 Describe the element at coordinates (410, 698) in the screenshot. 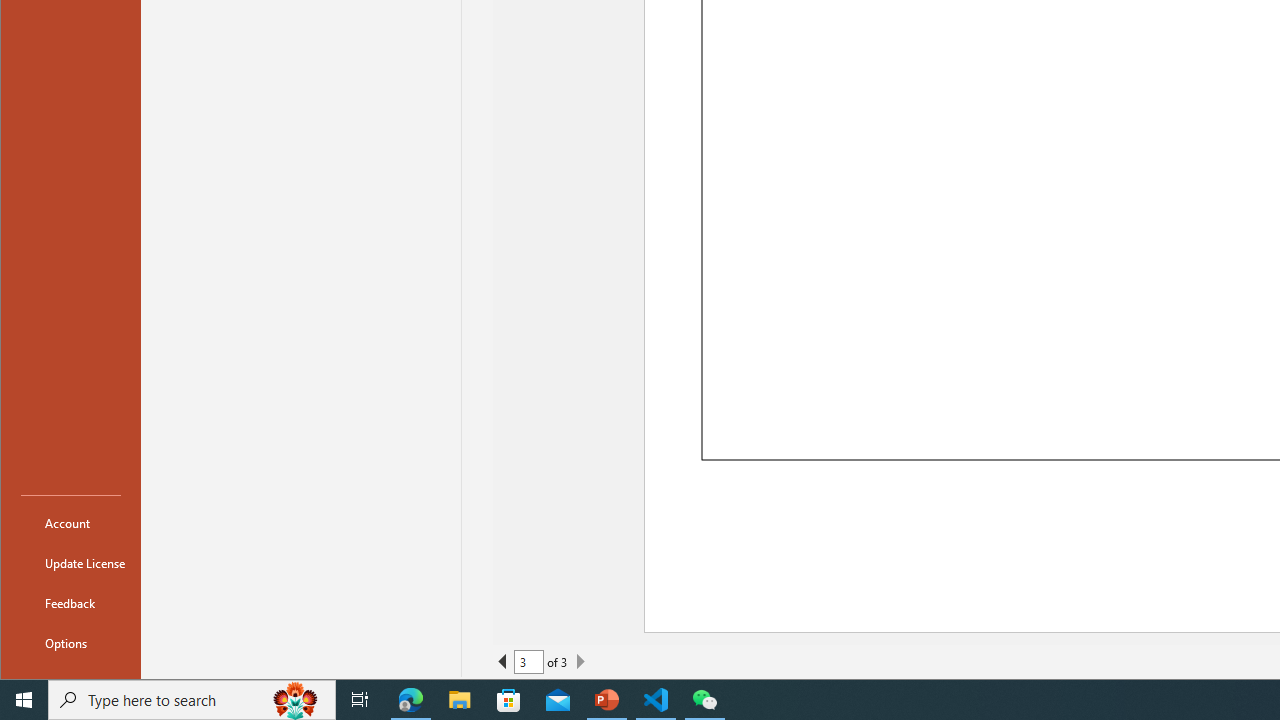

I see `'Microsoft Edge - 1 running window'` at that location.